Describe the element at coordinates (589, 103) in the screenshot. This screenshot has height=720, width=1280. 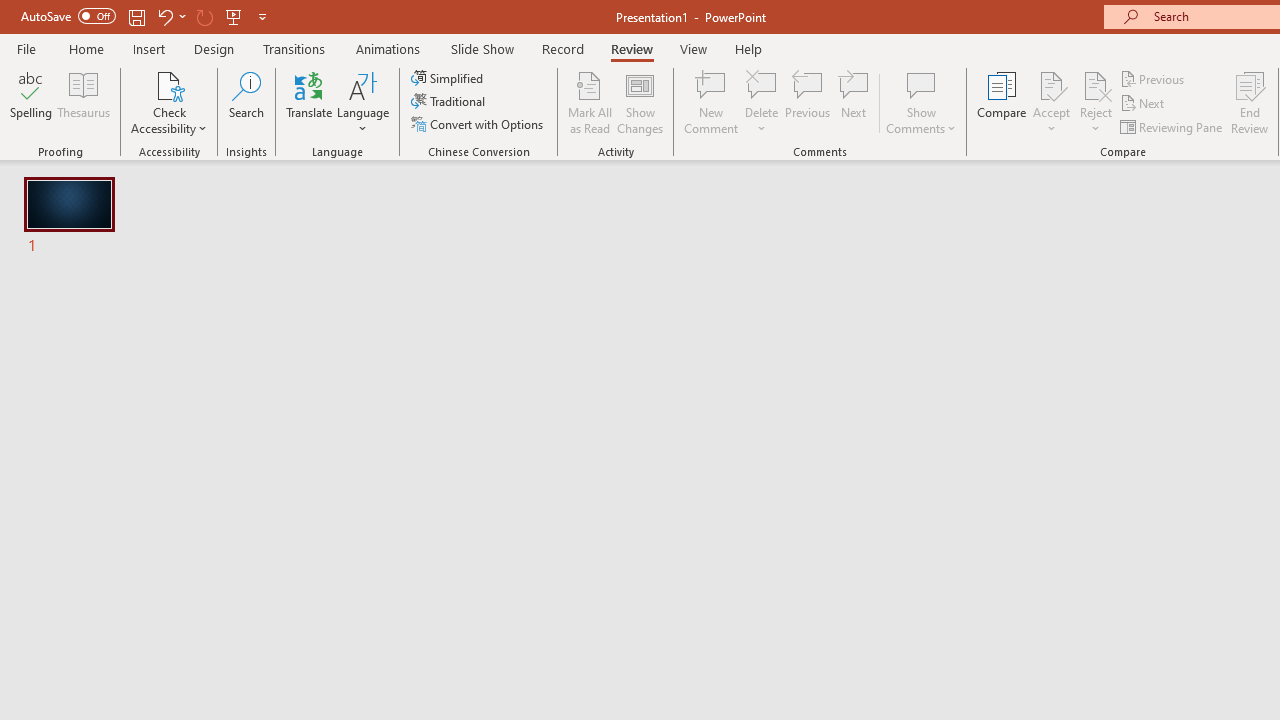
I see `'Mark All as Read'` at that location.